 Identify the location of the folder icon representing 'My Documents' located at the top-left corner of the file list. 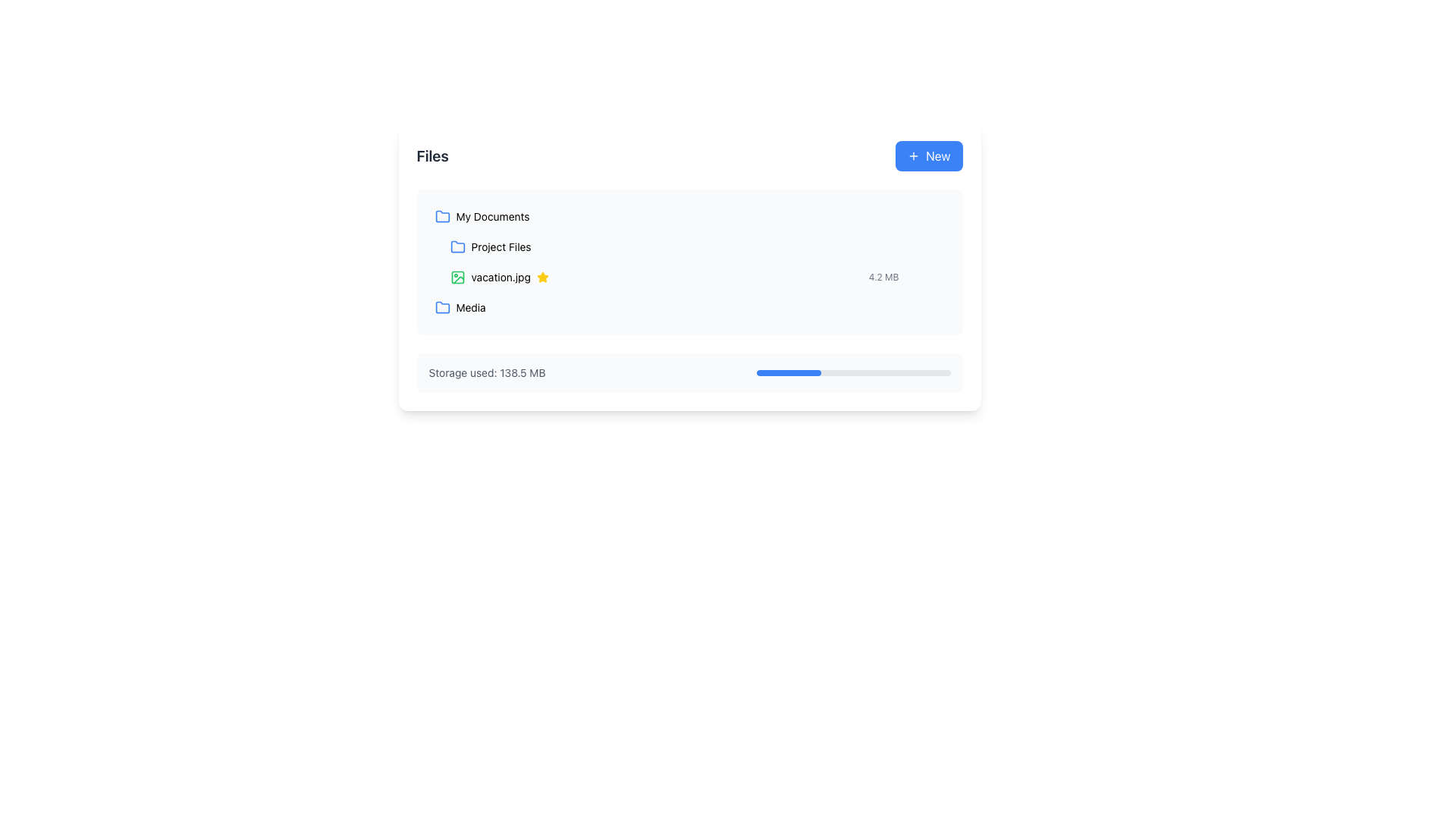
(441, 216).